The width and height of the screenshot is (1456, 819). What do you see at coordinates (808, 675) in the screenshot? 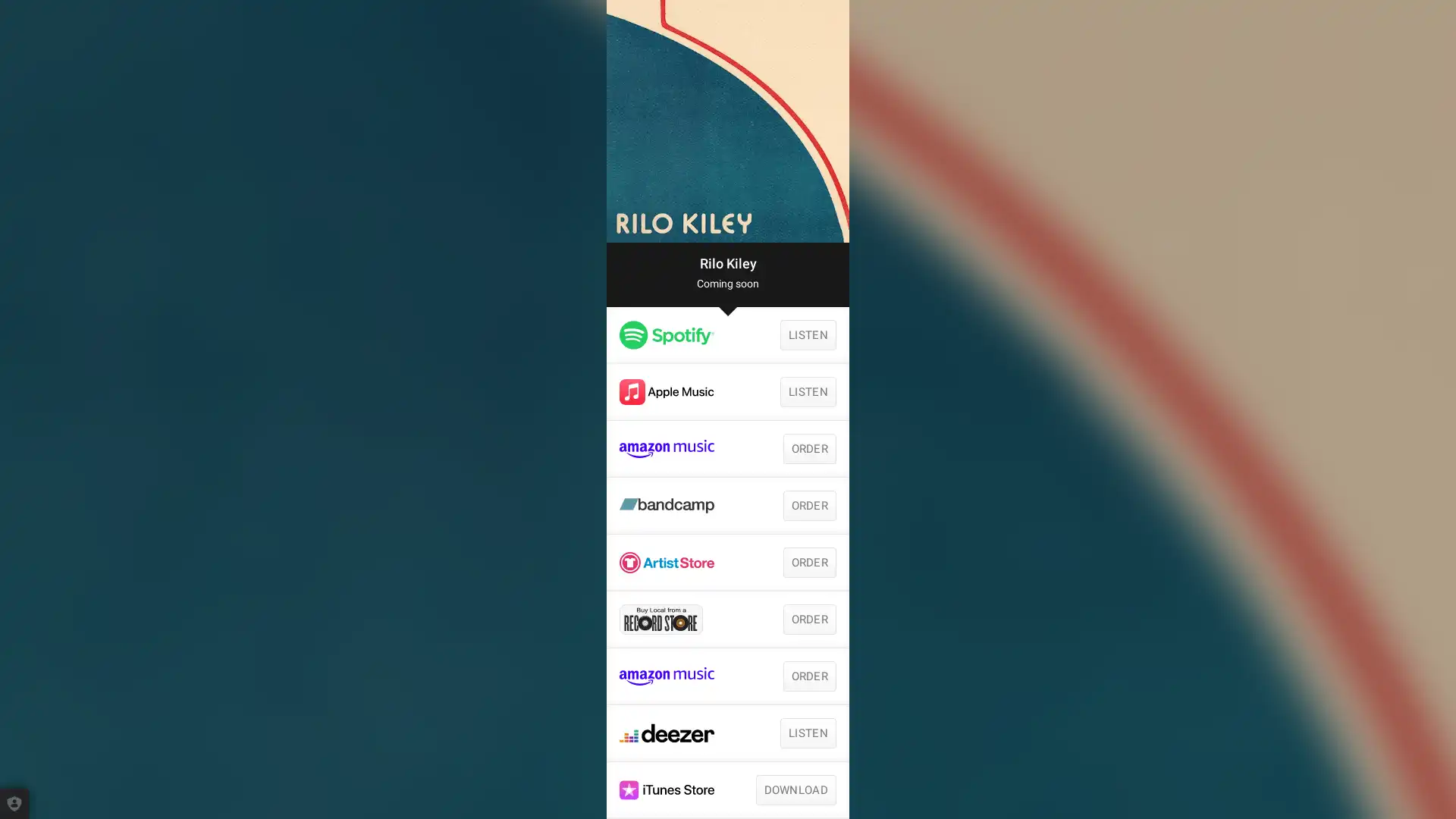
I see `ORDER` at bounding box center [808, 675].